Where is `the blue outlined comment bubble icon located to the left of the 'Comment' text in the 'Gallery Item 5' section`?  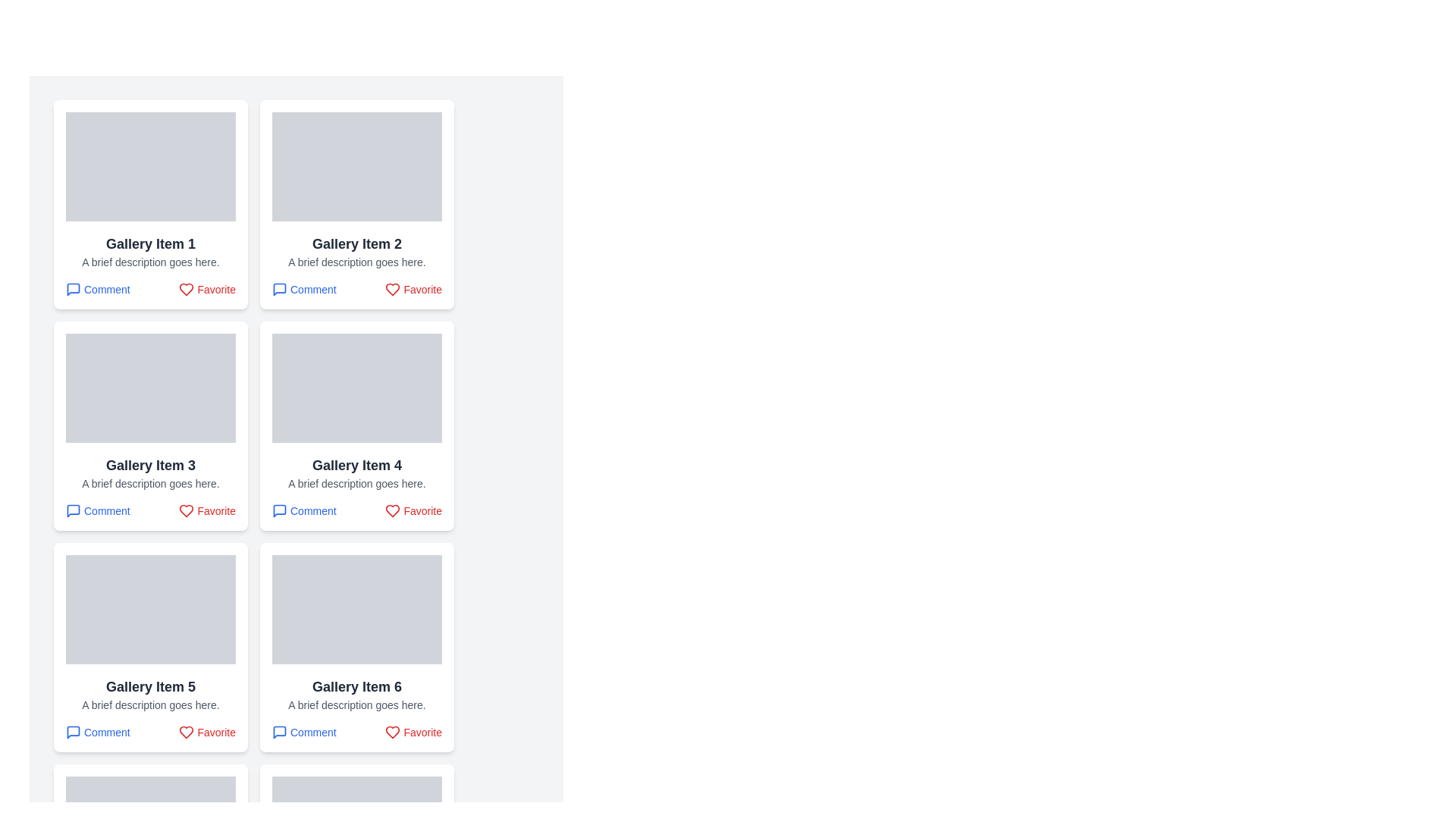
the blue outlined comment bubble icon located to the left of the 'Comment' text in the 'Gallery Item 5' section is located at coordinates (72, 731).